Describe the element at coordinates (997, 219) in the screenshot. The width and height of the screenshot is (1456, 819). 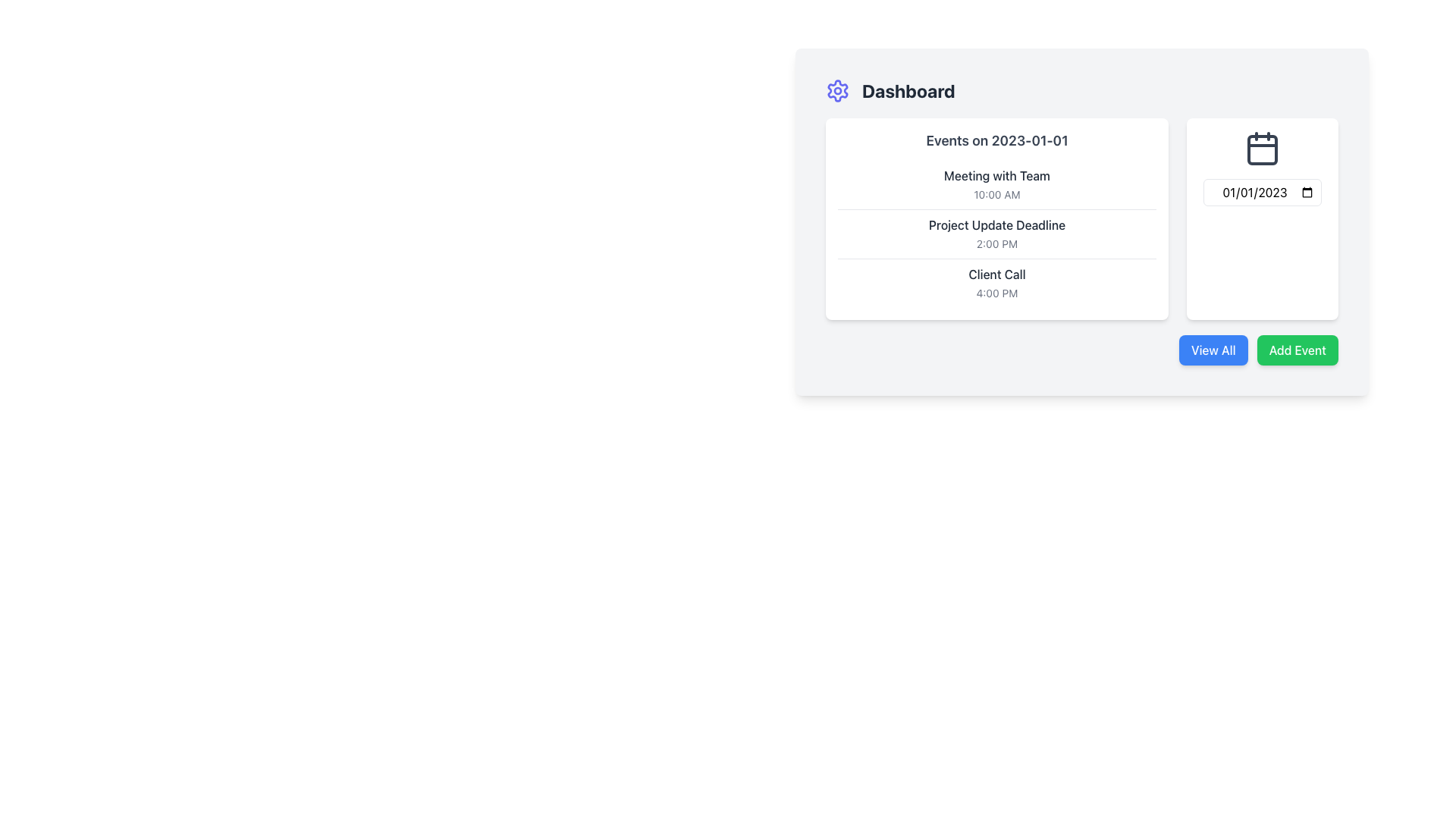
I see `the Information Panel displaying 'Events on 2023-01-01', which is a white, rounded rectangle located at the center of the content area` at that location.